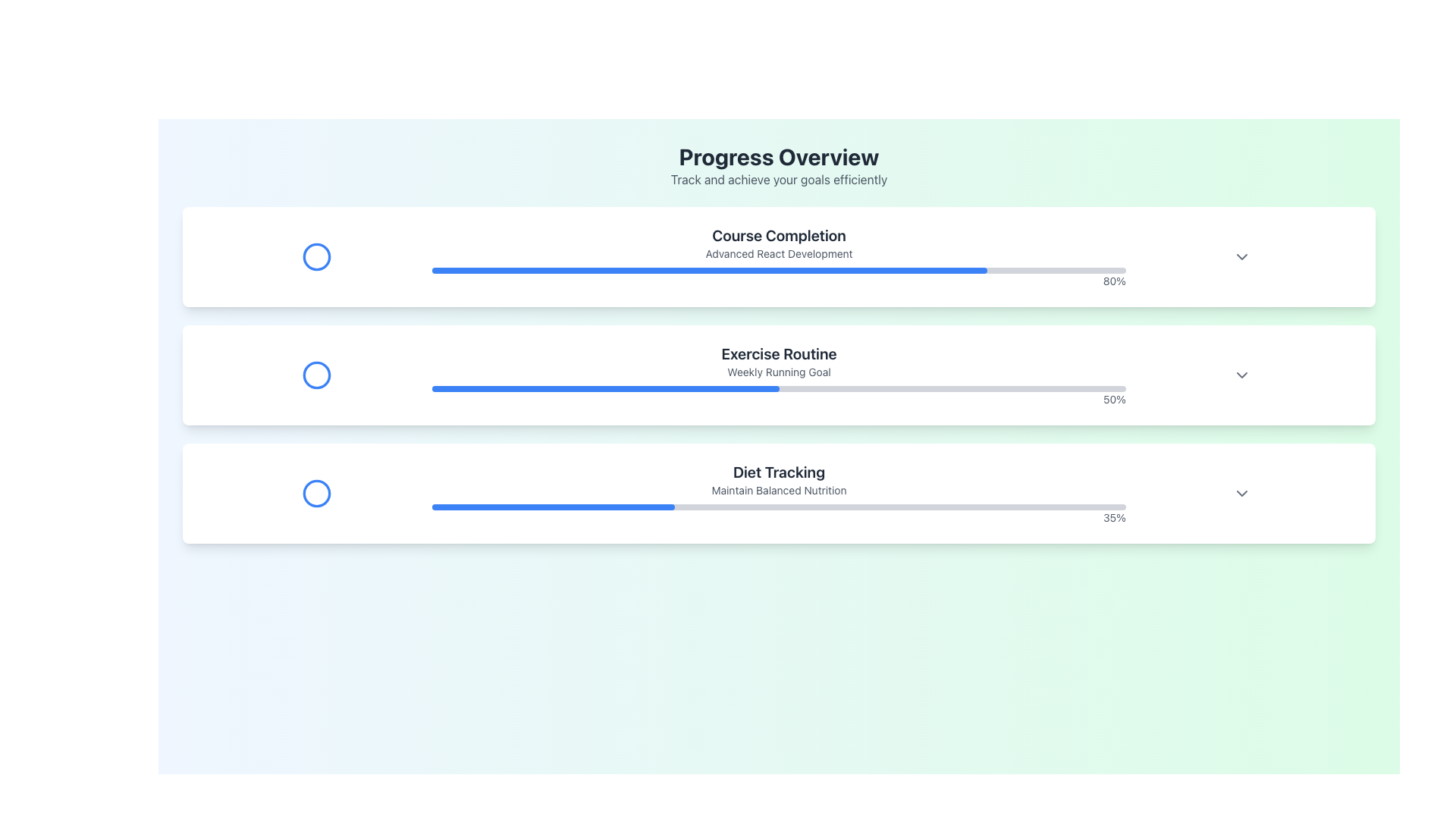  Describe the element at coordinates (315, 375) in the screenshot. I see `the circular icon representing the 'Exercise Routine' in the second row of the 'Progress Overview', located on the far-left side of the horizontal bar` at that location.